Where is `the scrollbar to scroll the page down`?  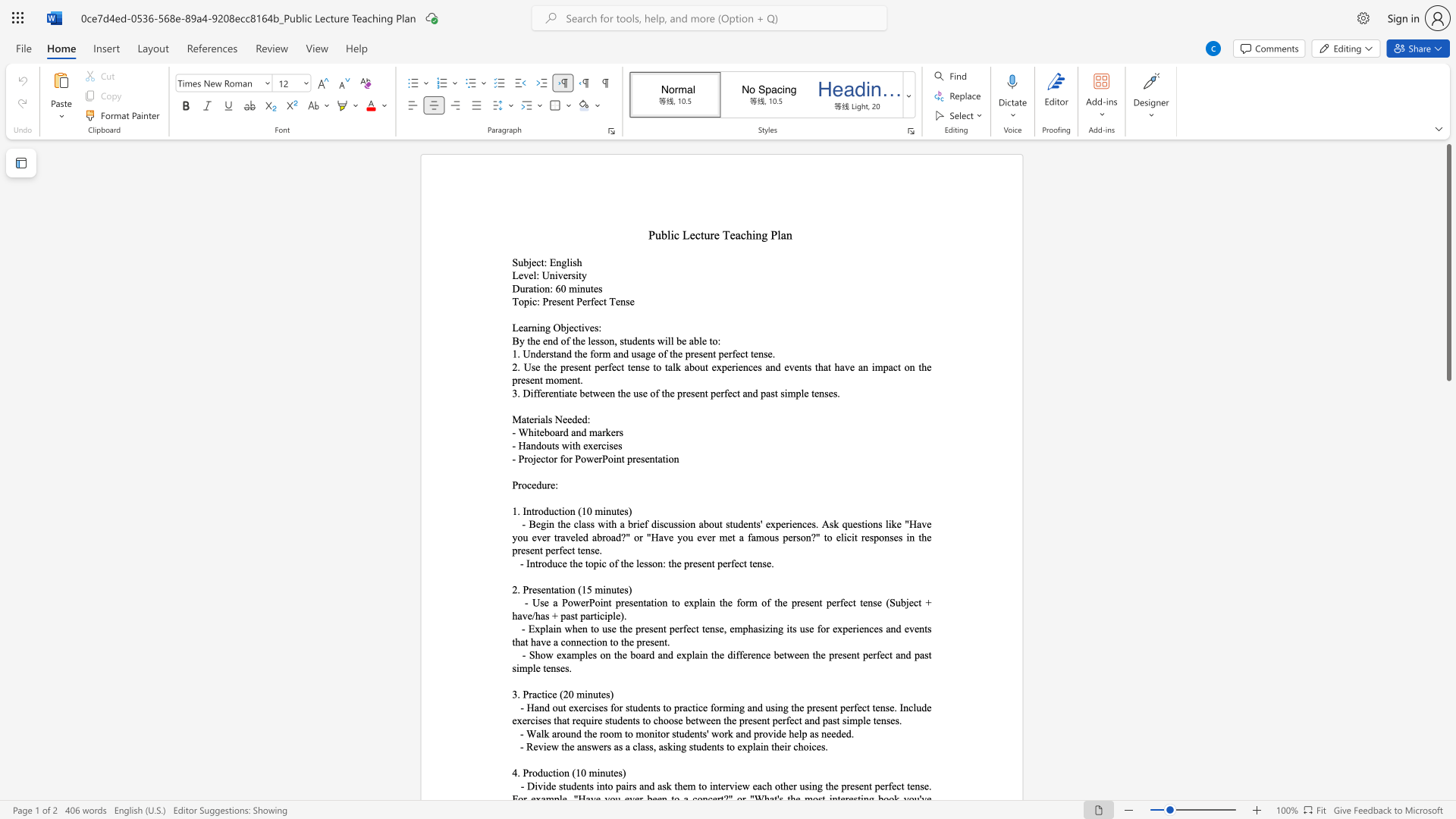
the scrollbar to scroll the page down is located at coordinates (1448, 681).